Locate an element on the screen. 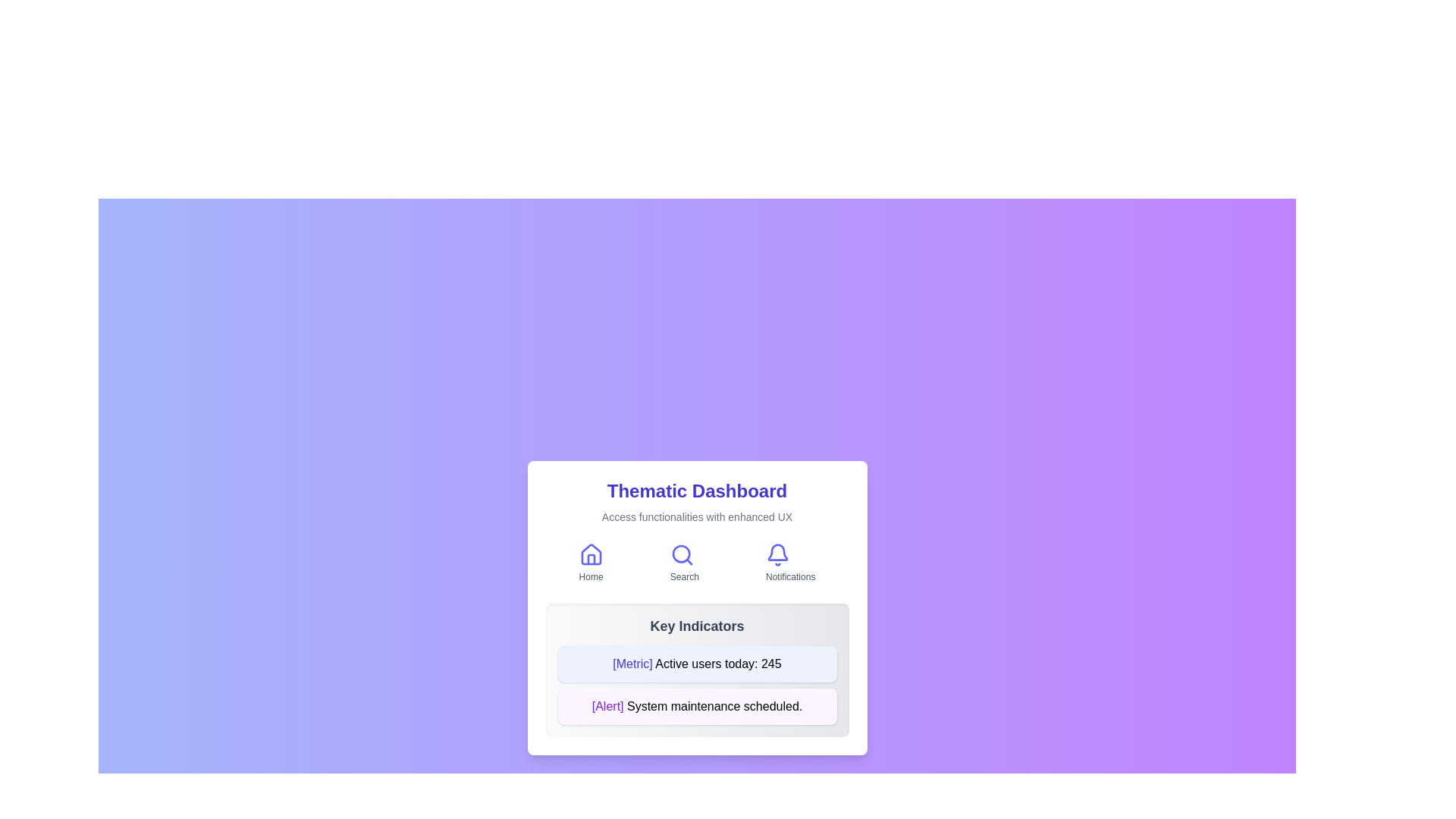  the 'Home' text label, which is a small gray text displayed below a house icon, serving as a descriptive label for the icon above it is located at coordinates (590, 576).